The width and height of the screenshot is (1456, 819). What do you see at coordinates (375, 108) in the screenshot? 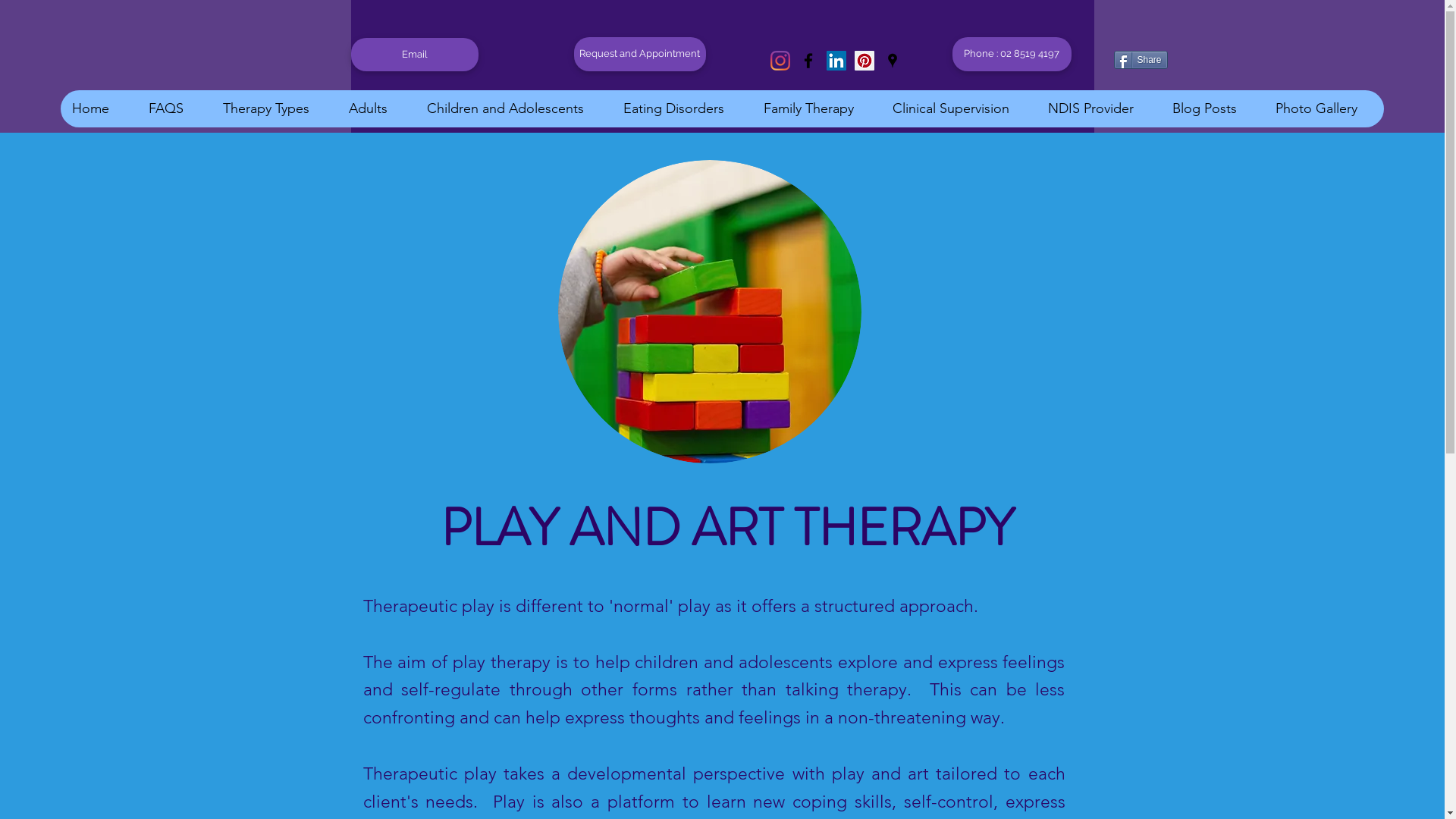
I see `'Adults'` at bounding box center [375, 108].